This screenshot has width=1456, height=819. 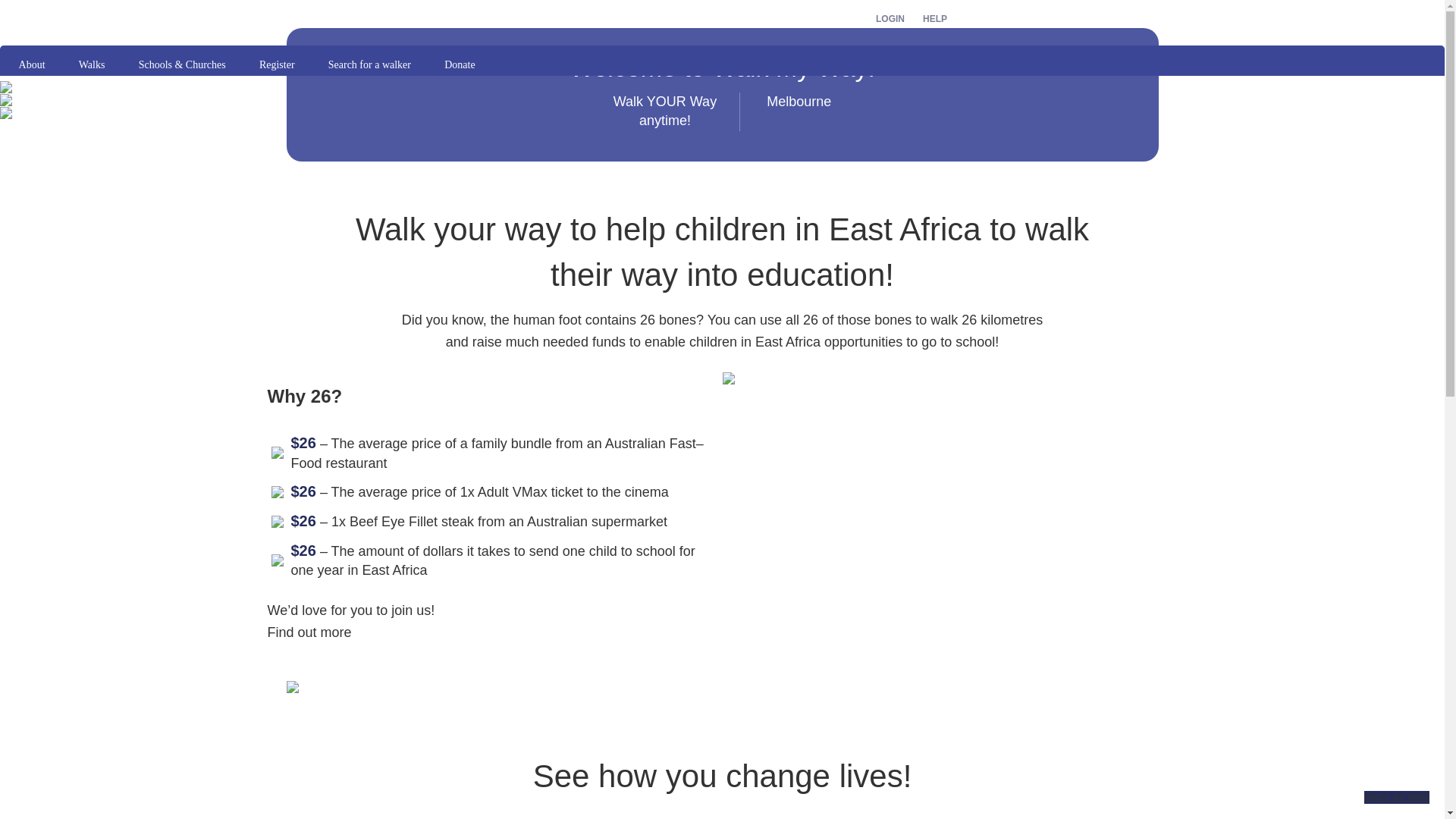 What do you see at coordinates (459, 64) in the screenshot?
I see `'Donate'` at bounding box center [459, 64].